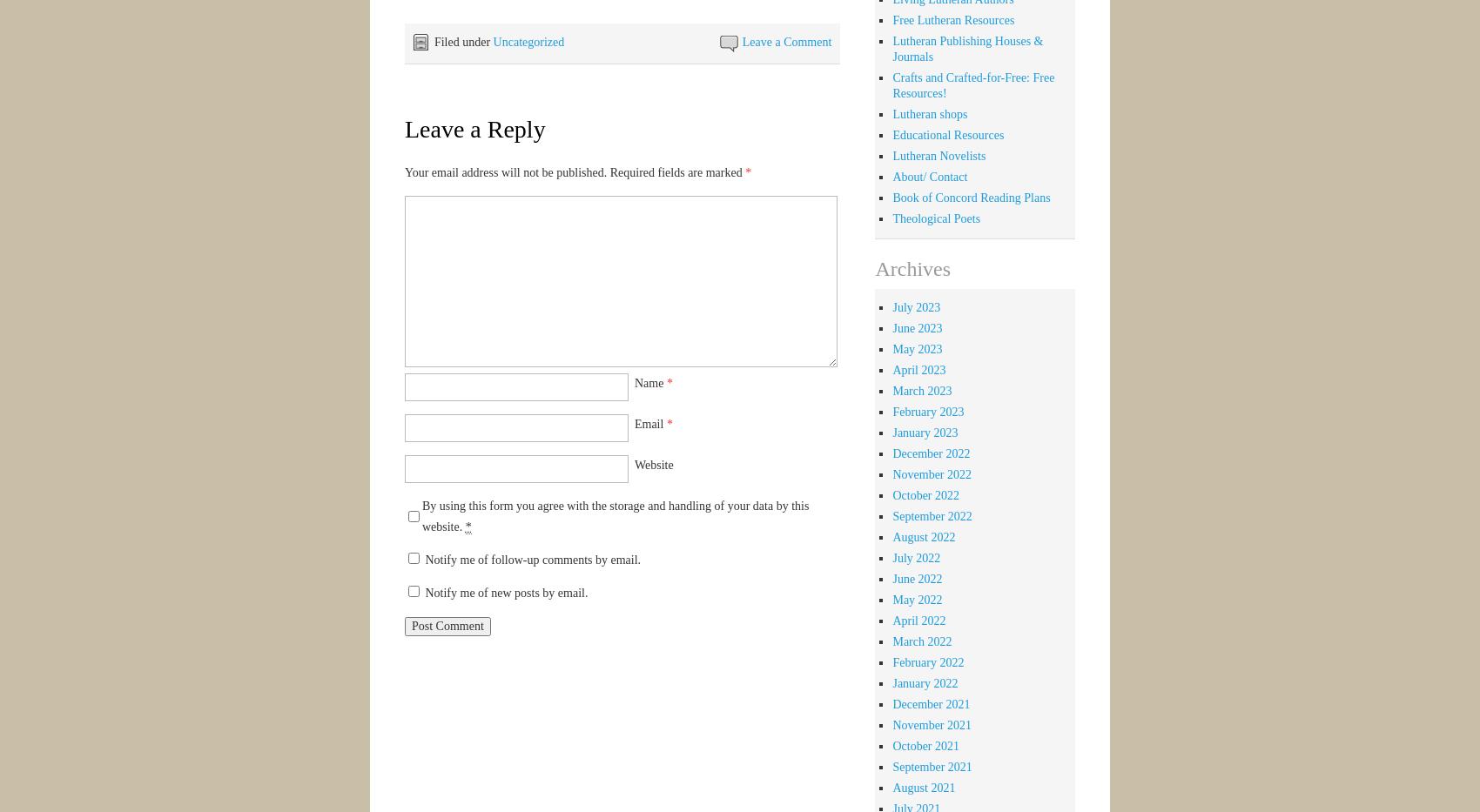 Image resolution: width=1480 pixels, height=812 pixels. What do you see at coordinates (891, 48) in the screenshot?
I see `'Lutheran Publishing Houses & Journals'` at bounding box center [891, 48].